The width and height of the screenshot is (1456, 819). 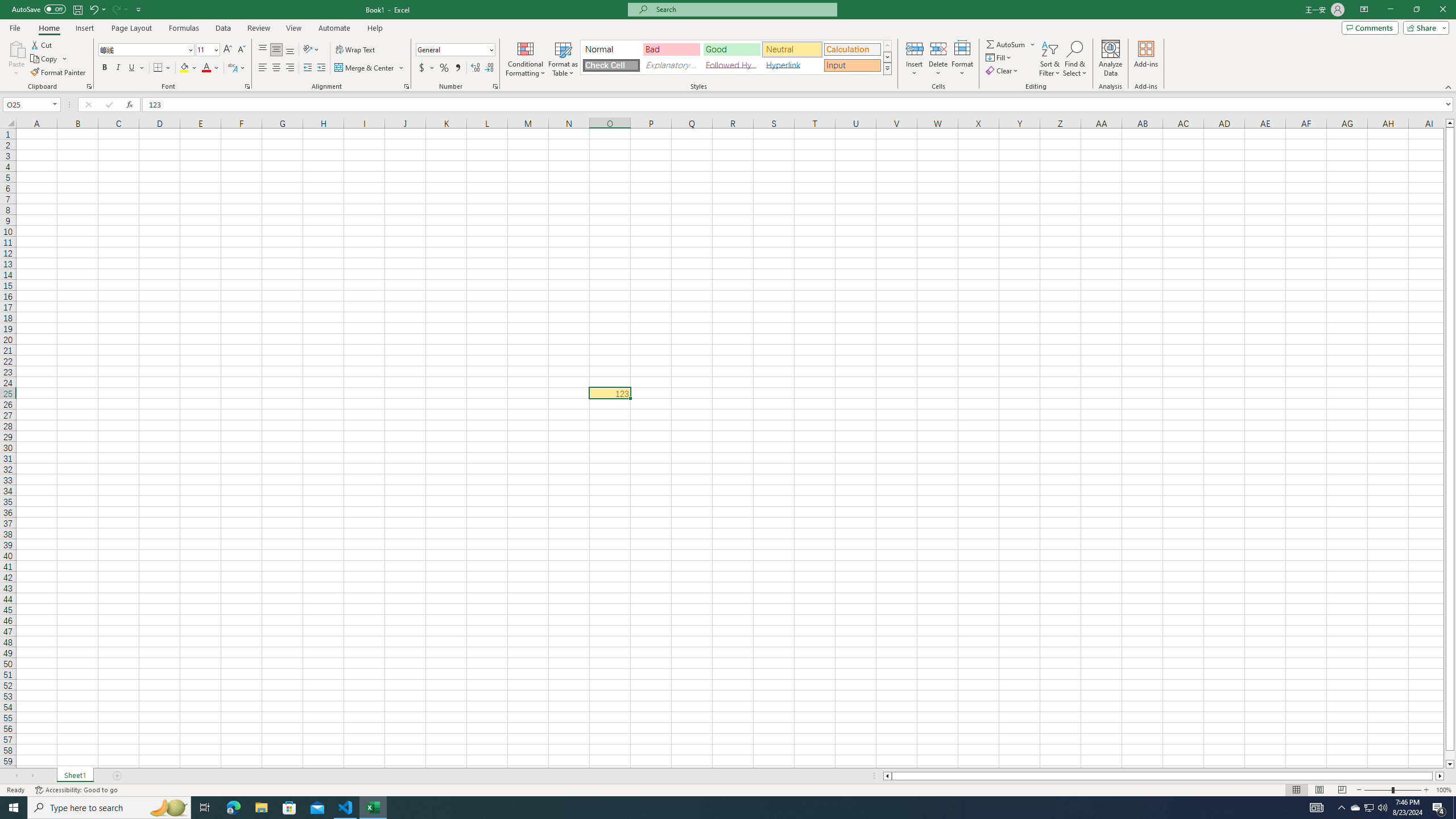 What do you see at coordinates (1164, 775) in the screenshot?
I see `'Class: NetUIScrollBar'` at bounding box center [1164, 775].